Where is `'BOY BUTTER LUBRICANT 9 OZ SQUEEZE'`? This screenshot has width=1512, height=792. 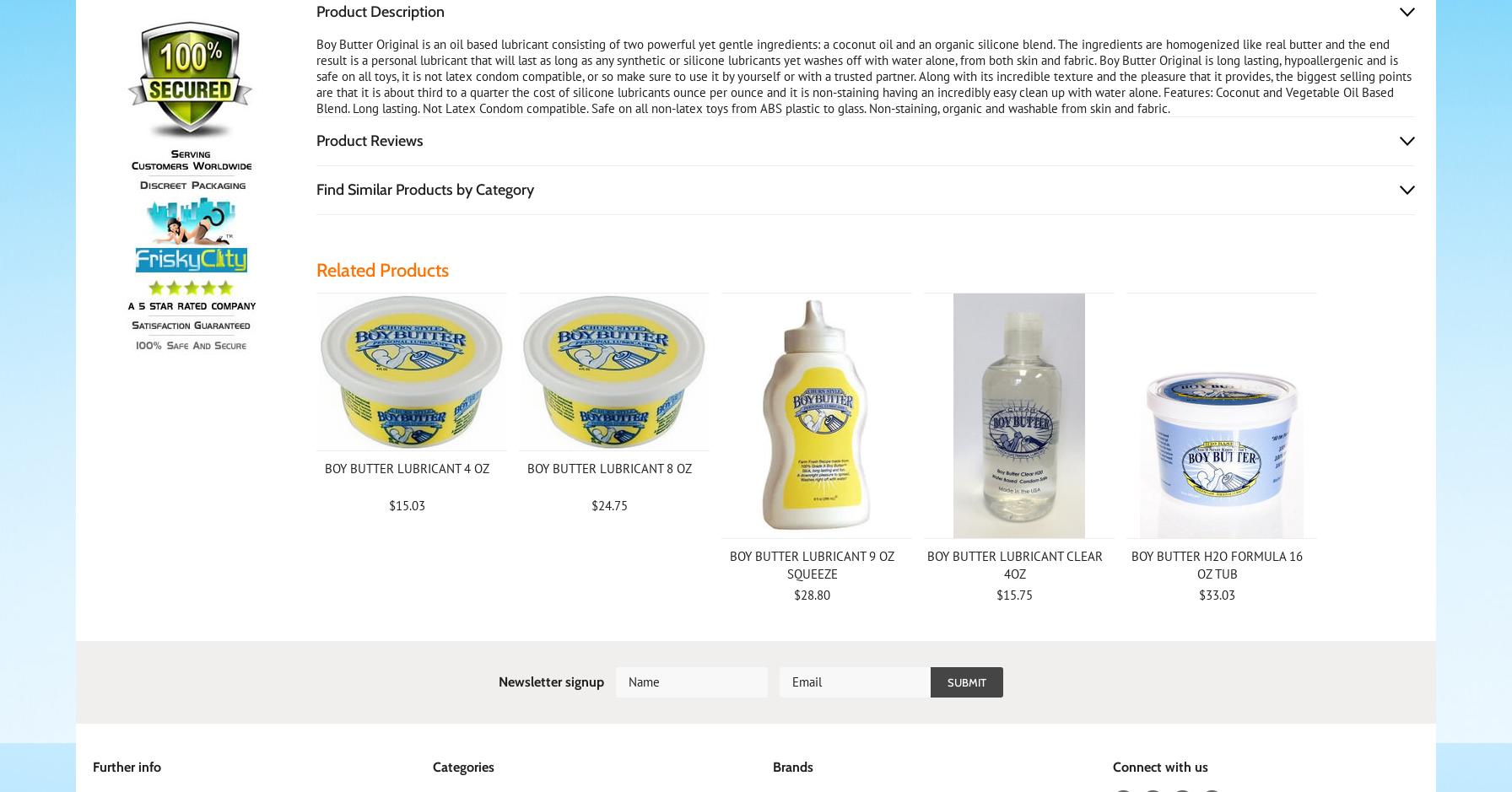 'BOY BUTTER LUBRICANT 9 OZ SQUEEZE' is located at coordinates (811, 564).